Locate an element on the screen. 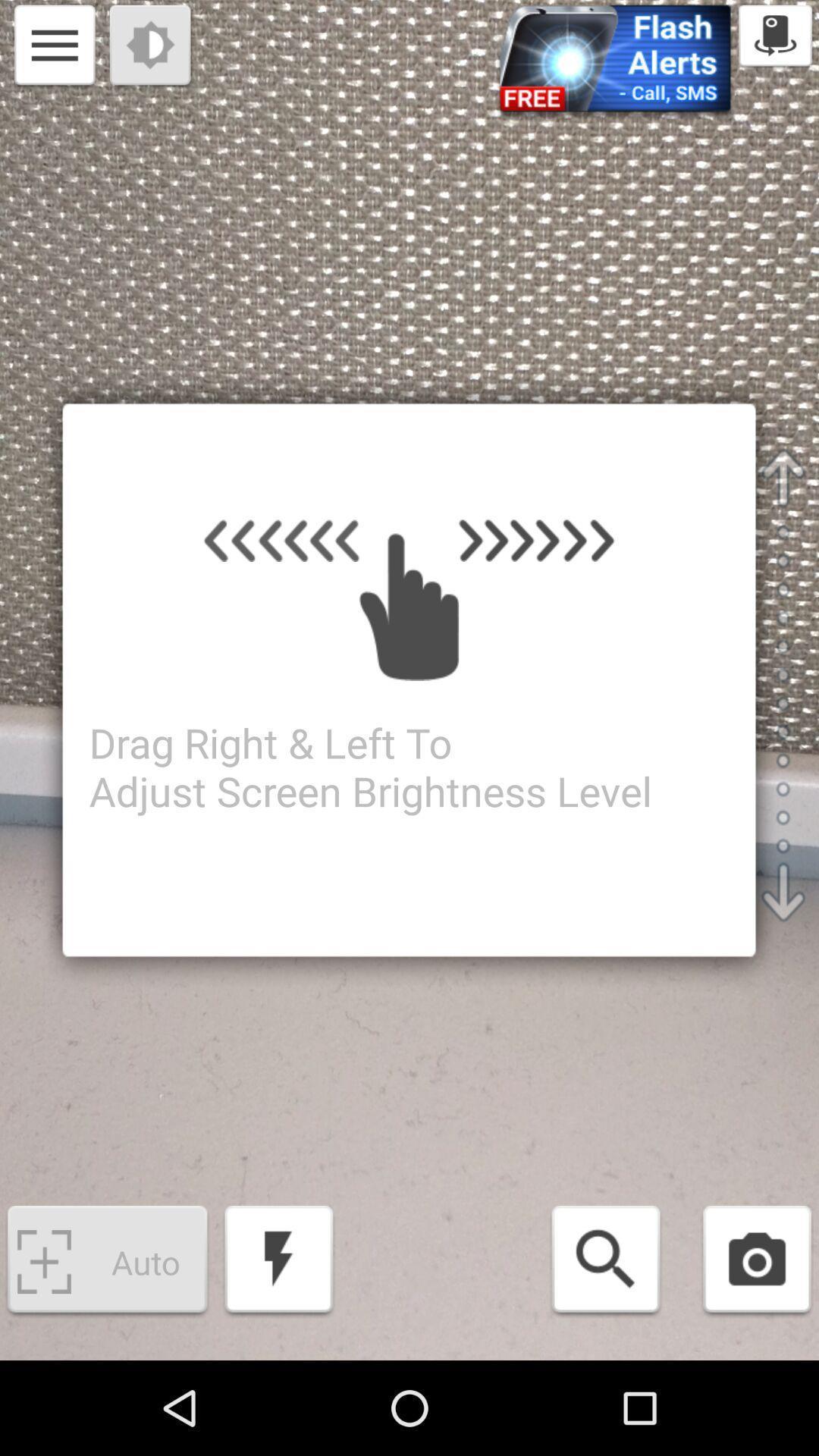  flash on/off is located at coordinates (278, 1262).